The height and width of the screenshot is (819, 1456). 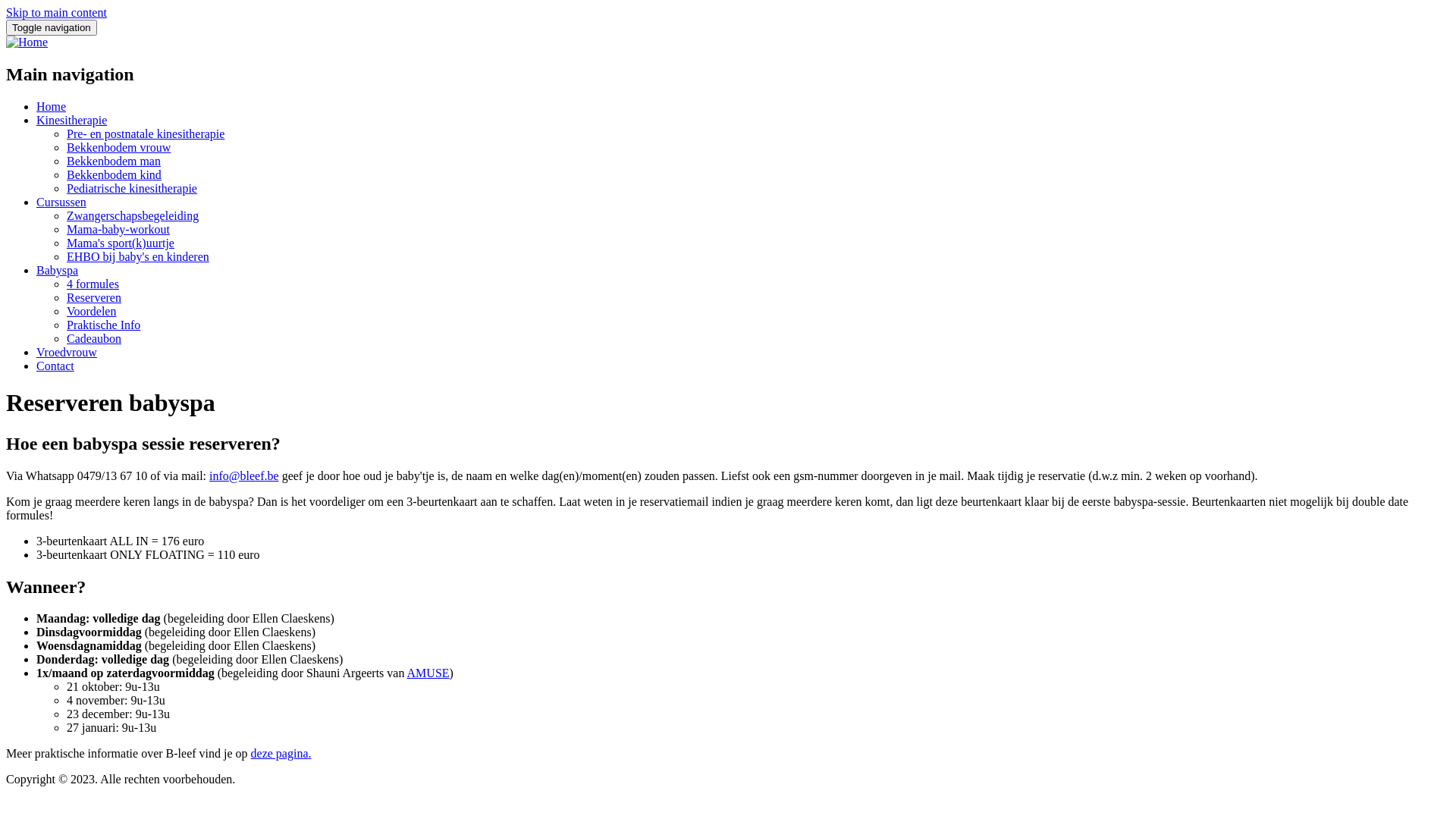 I want to click on 'Praktische Info', so click(x=102, y=324).